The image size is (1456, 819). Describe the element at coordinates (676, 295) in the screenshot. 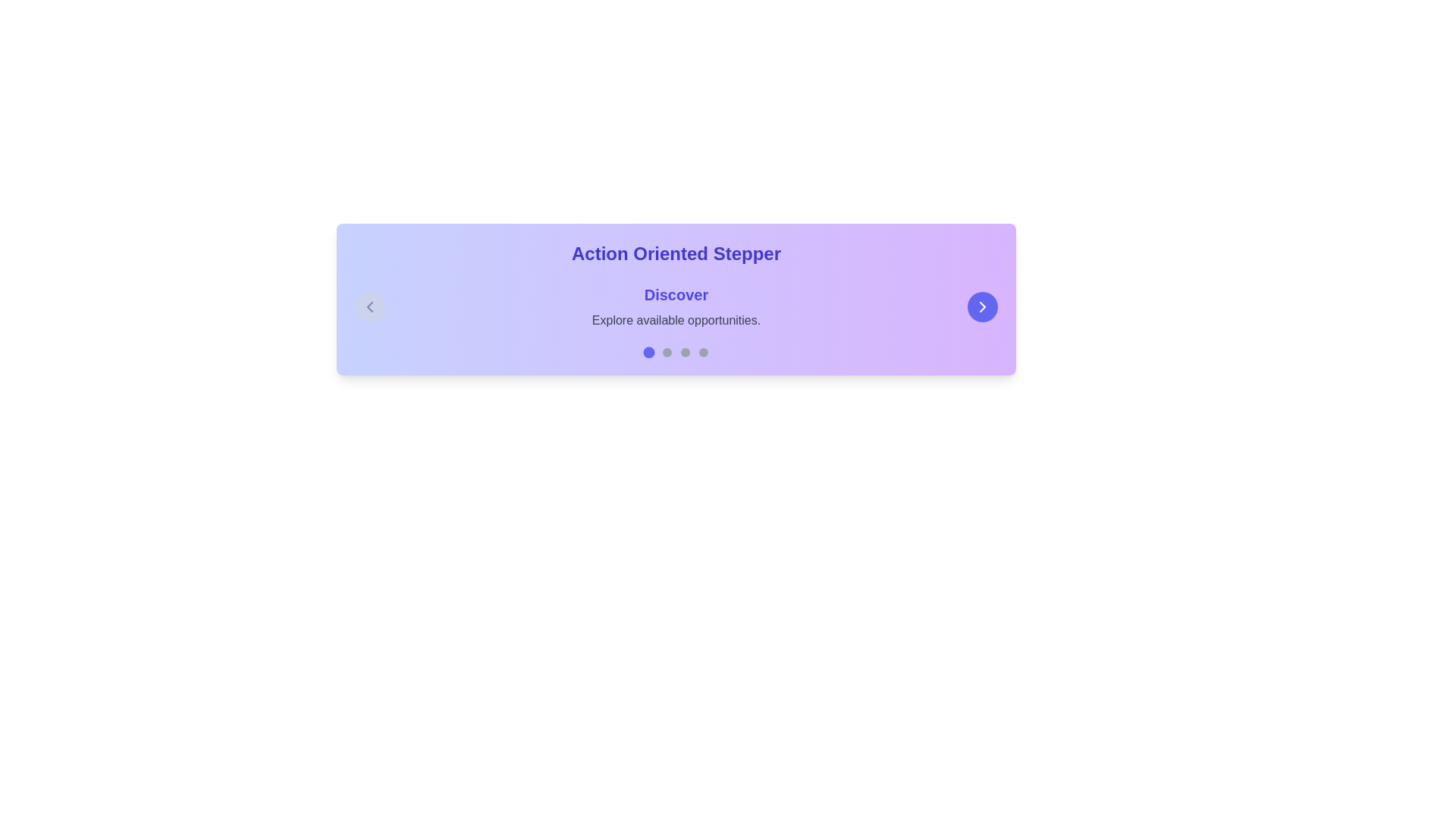

I see `the Text Element that serves as a headline or title, centrally placed above the 'Explore available opportunities.' text` at that location.